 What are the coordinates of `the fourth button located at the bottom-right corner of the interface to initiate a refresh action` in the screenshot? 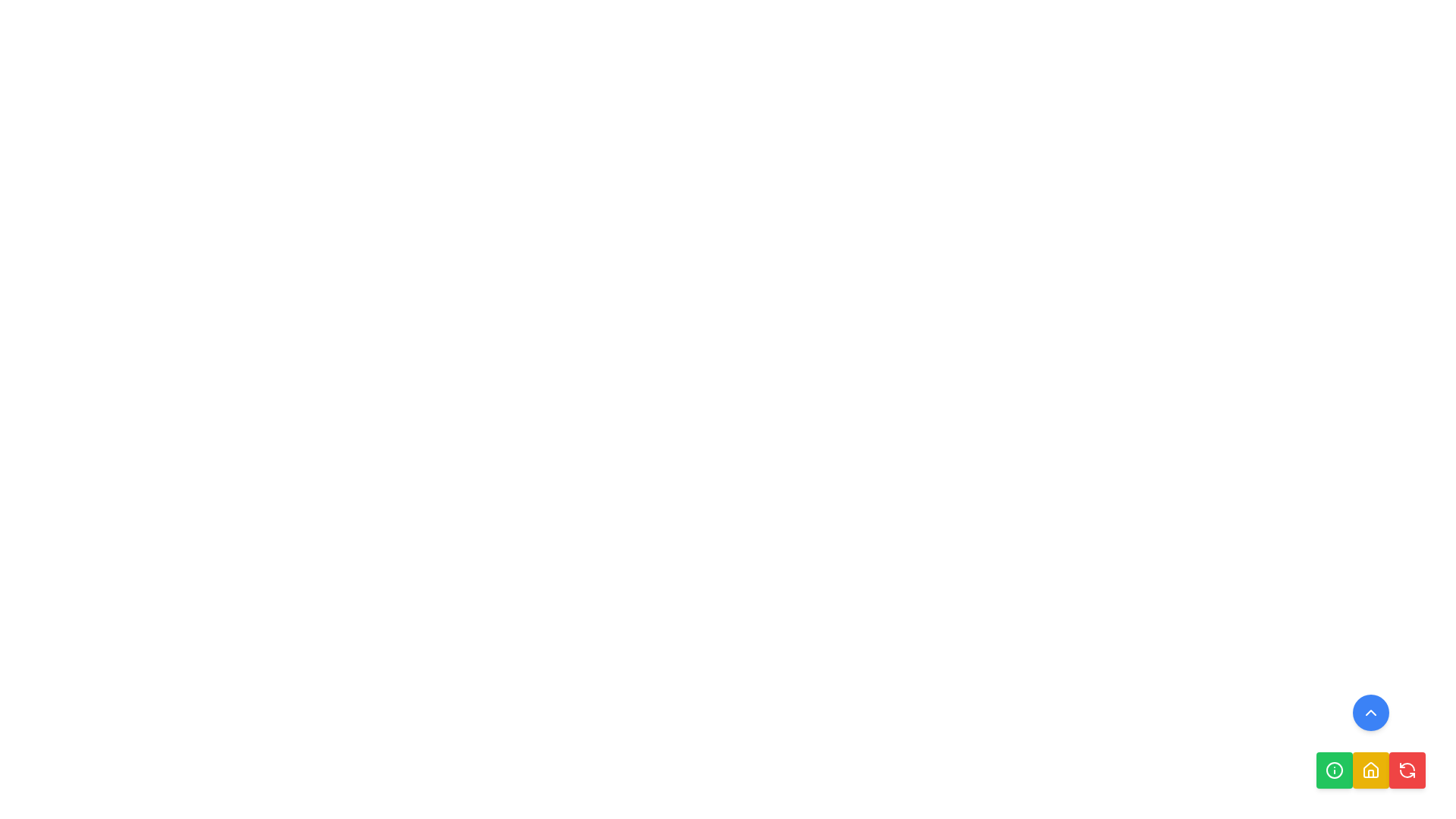 It's located at (1407, 770).